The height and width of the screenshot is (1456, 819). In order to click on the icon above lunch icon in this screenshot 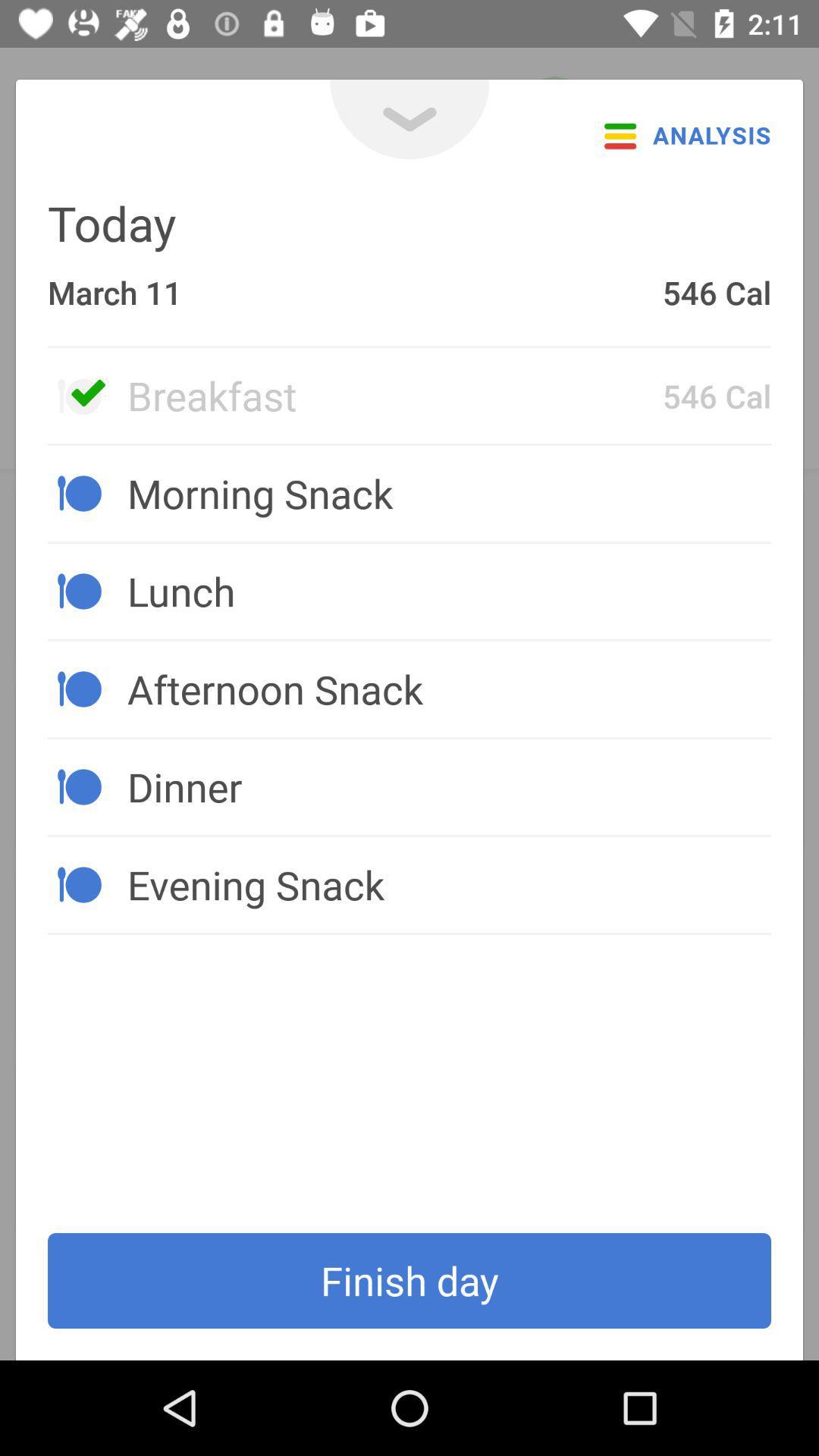, I will do `click(448, 493)`.